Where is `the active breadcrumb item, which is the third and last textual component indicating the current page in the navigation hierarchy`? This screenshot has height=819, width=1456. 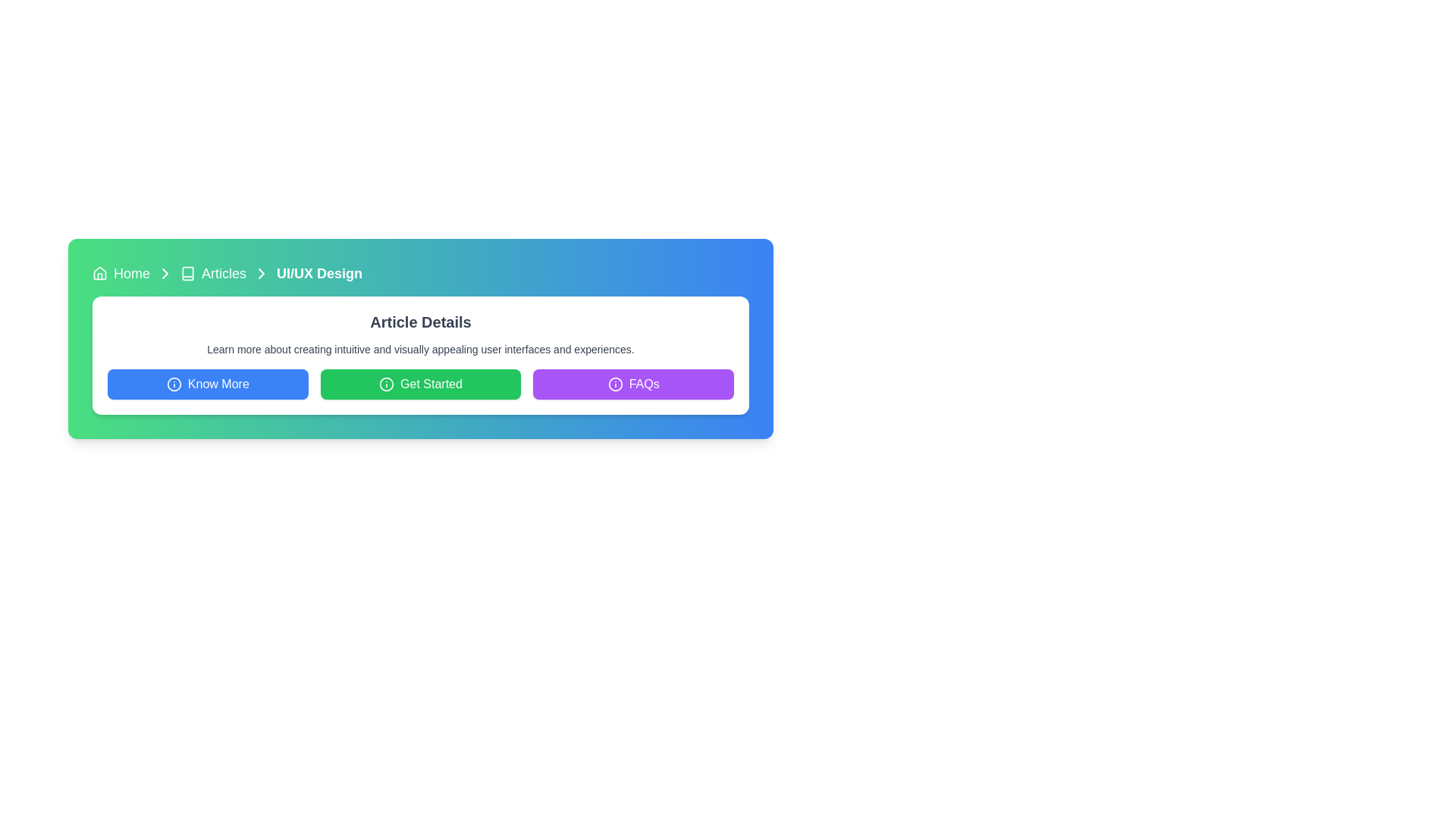 the active breadcrumb item, which is the third and last textual component indicating the current page in the navigation hierarchy is located at coordinates (318, 274).